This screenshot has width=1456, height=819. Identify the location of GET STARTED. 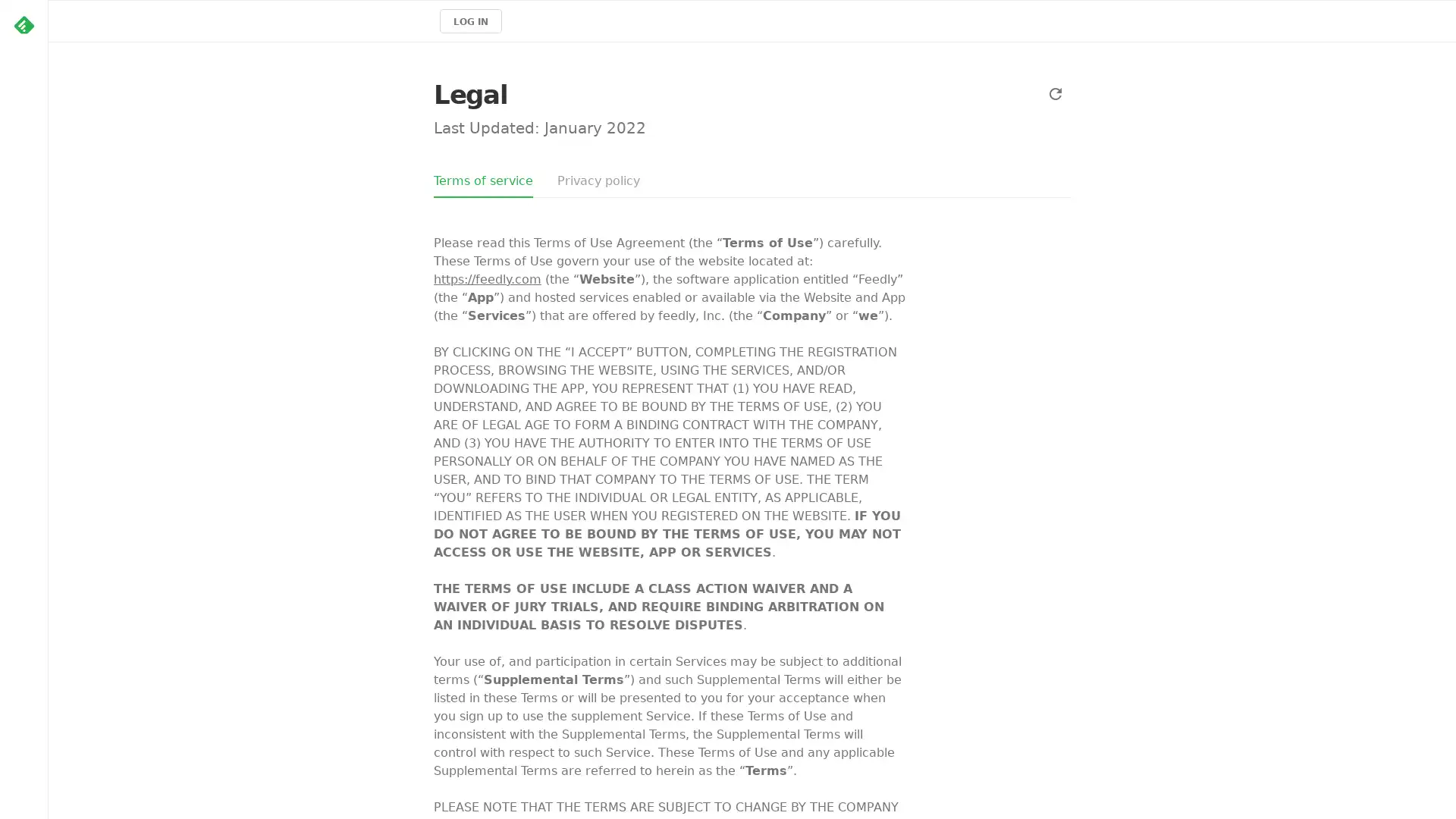
(107, 166).